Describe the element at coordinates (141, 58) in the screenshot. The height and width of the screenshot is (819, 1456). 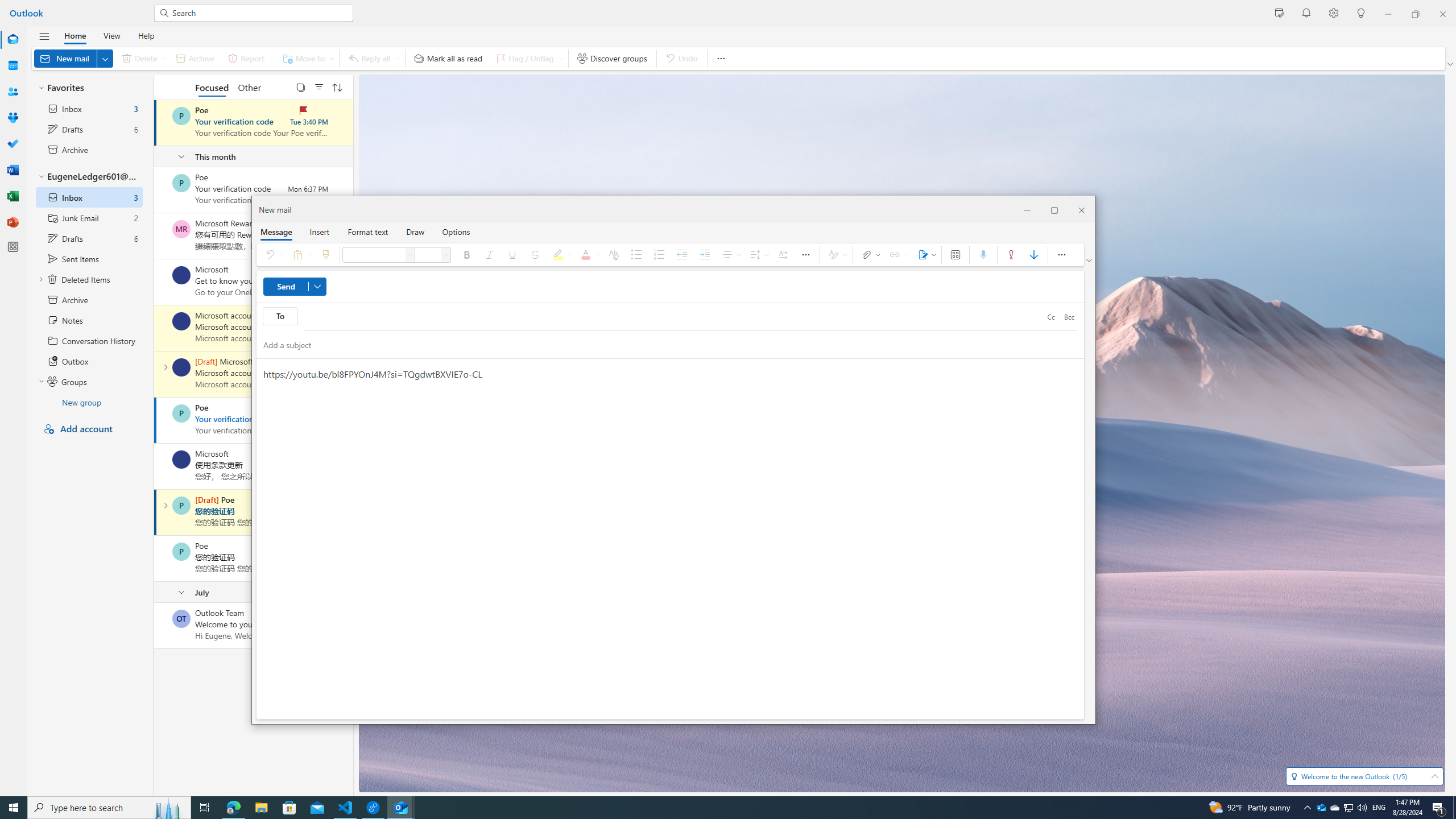
I see `'Delete'` at that location.